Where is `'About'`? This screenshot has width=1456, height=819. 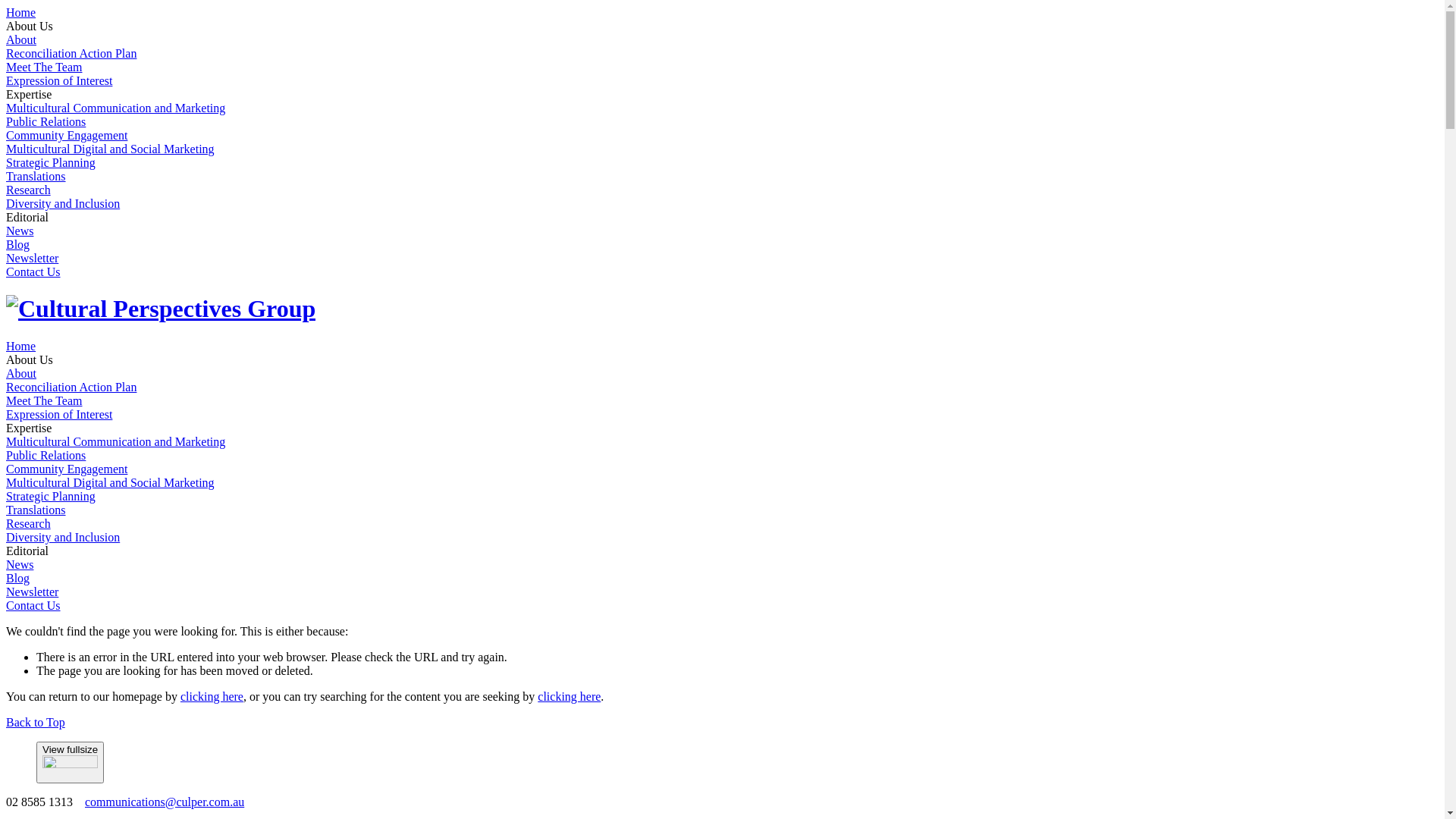
'About' is located at coordinates (21, 39).